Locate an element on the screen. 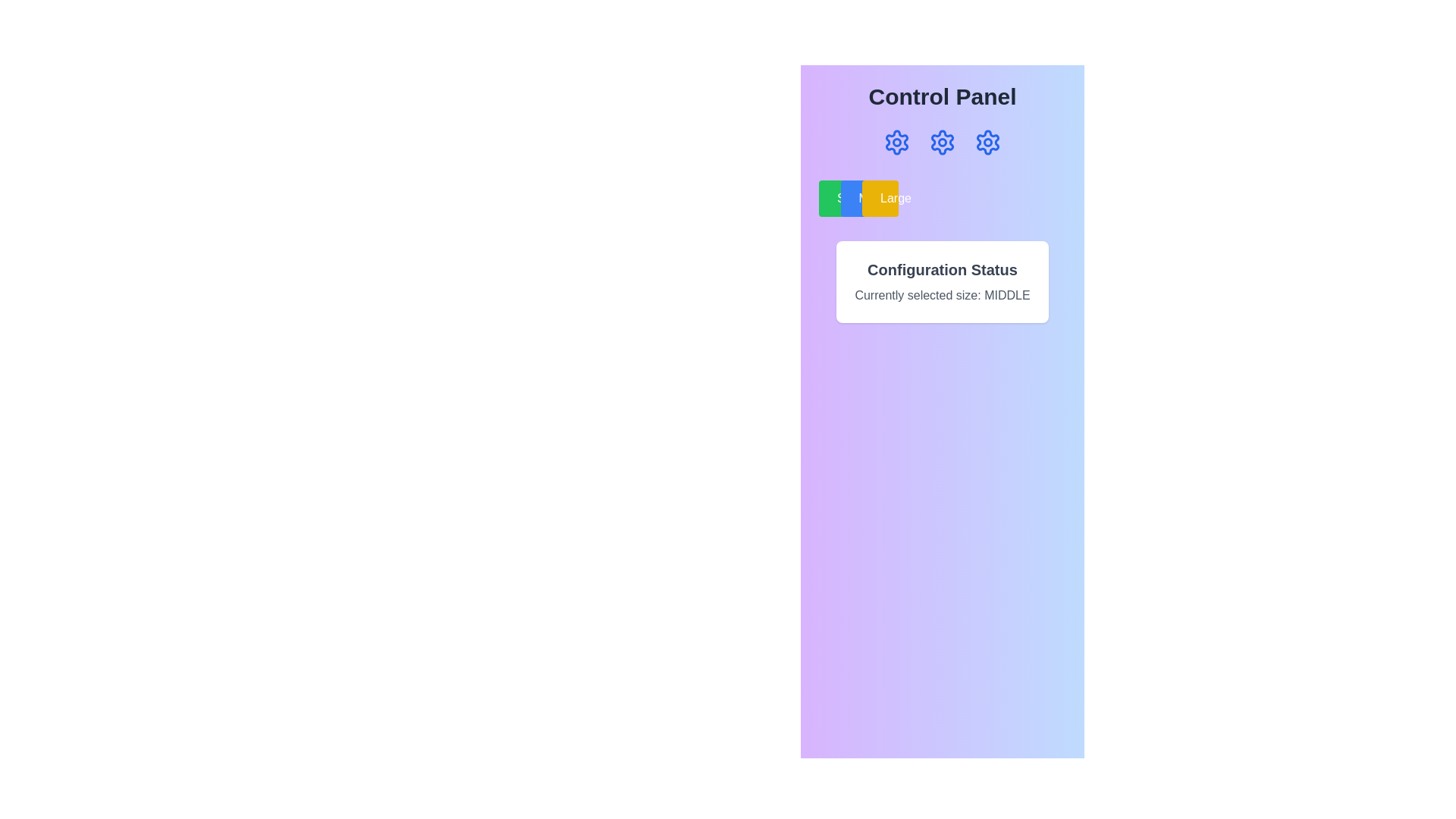 The height and width of the screenshot is (819, 1456). the leftmost button in the horizontal group that sets a configuration or performs an action related to 'Small' is located at coordinates (836, 198).